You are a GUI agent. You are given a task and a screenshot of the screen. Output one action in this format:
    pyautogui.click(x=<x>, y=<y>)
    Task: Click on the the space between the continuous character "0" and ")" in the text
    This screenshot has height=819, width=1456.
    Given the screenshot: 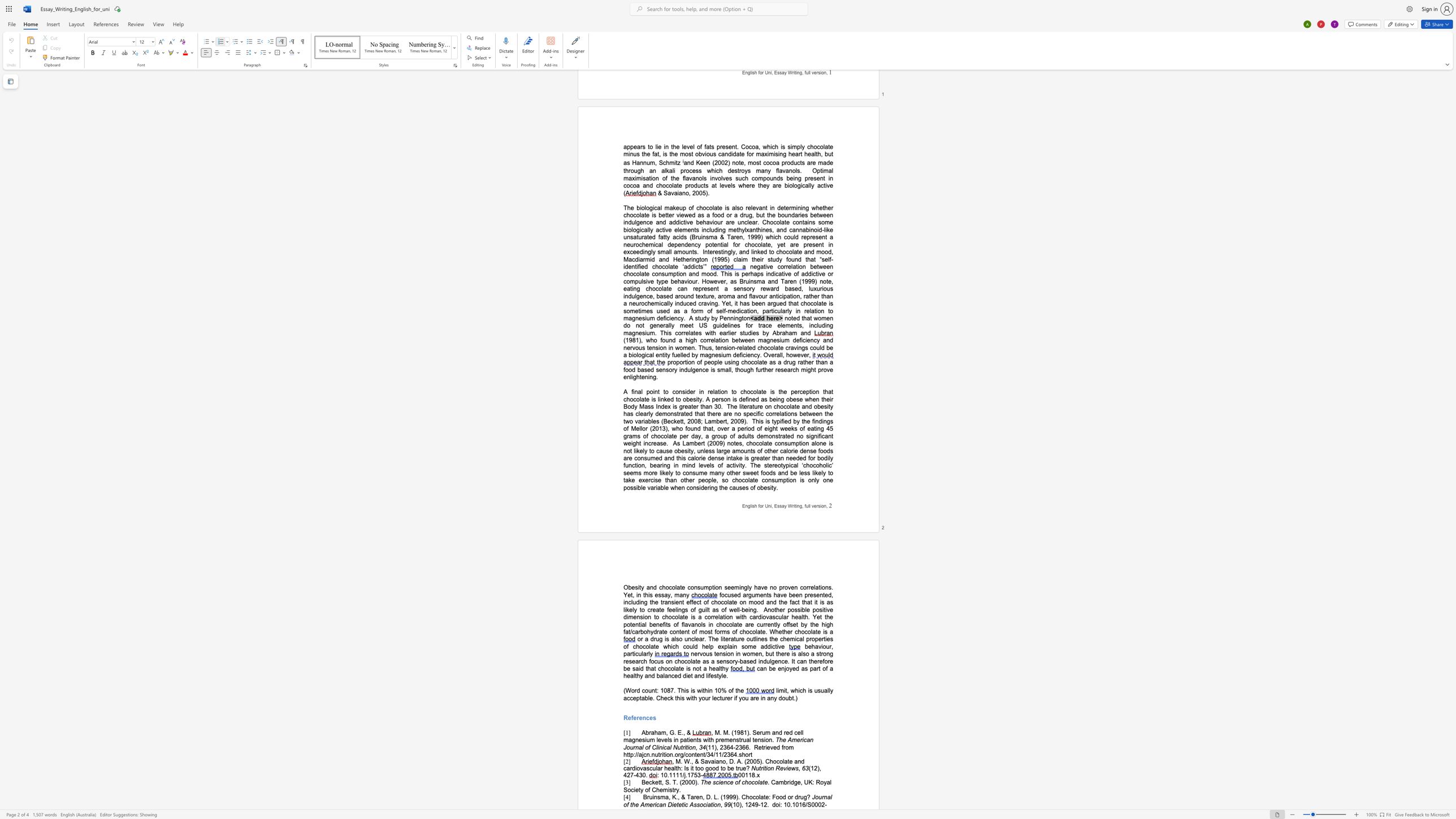 What is the action you would take?
    pyautogui.click(x=739, y=804)
    